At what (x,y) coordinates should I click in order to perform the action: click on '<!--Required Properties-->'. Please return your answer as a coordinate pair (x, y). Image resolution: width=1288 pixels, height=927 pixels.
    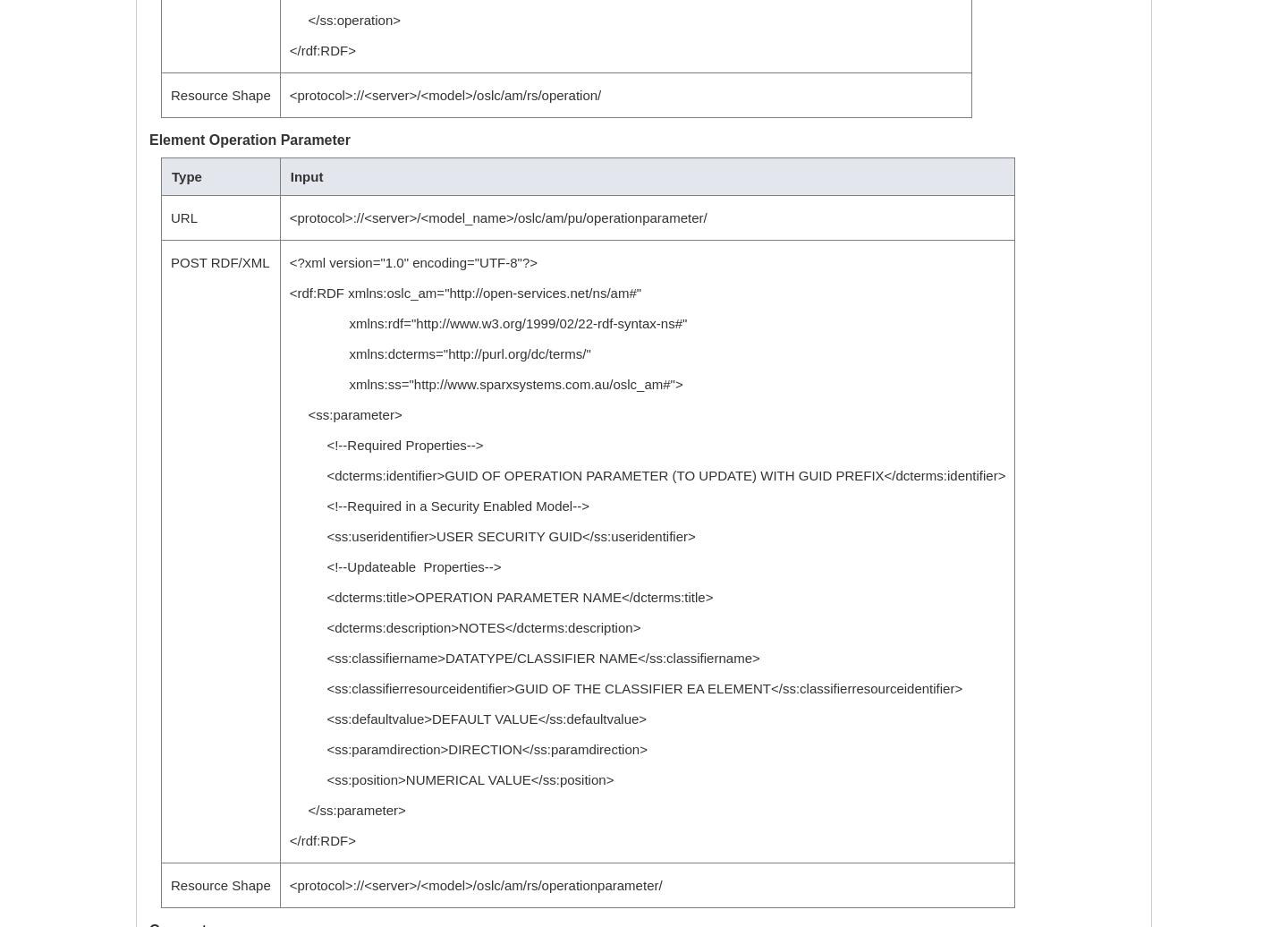
    Looking at the image, I should click on (386, 445).